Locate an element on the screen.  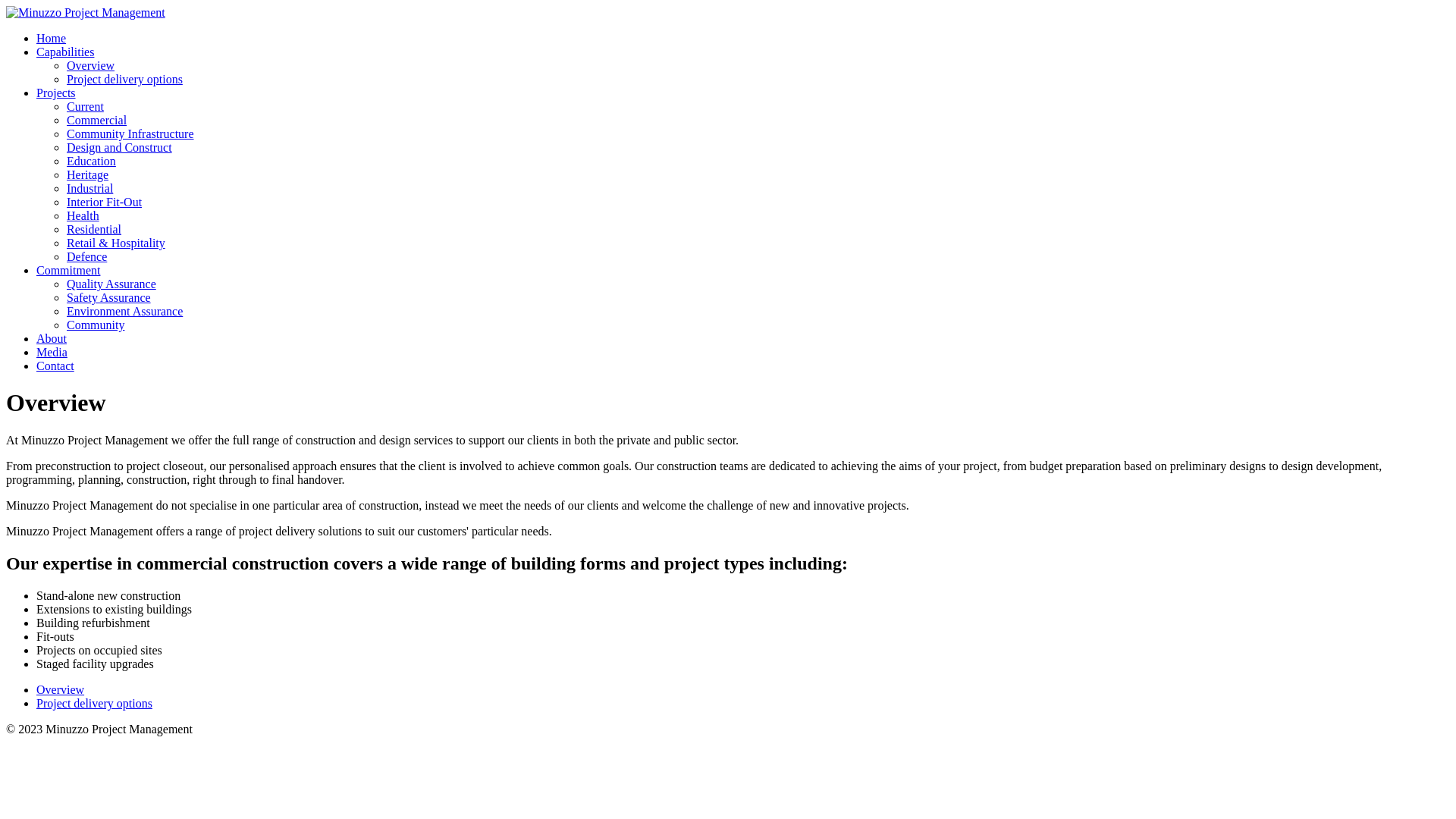
'Community' is located at coordinates (94, 324).